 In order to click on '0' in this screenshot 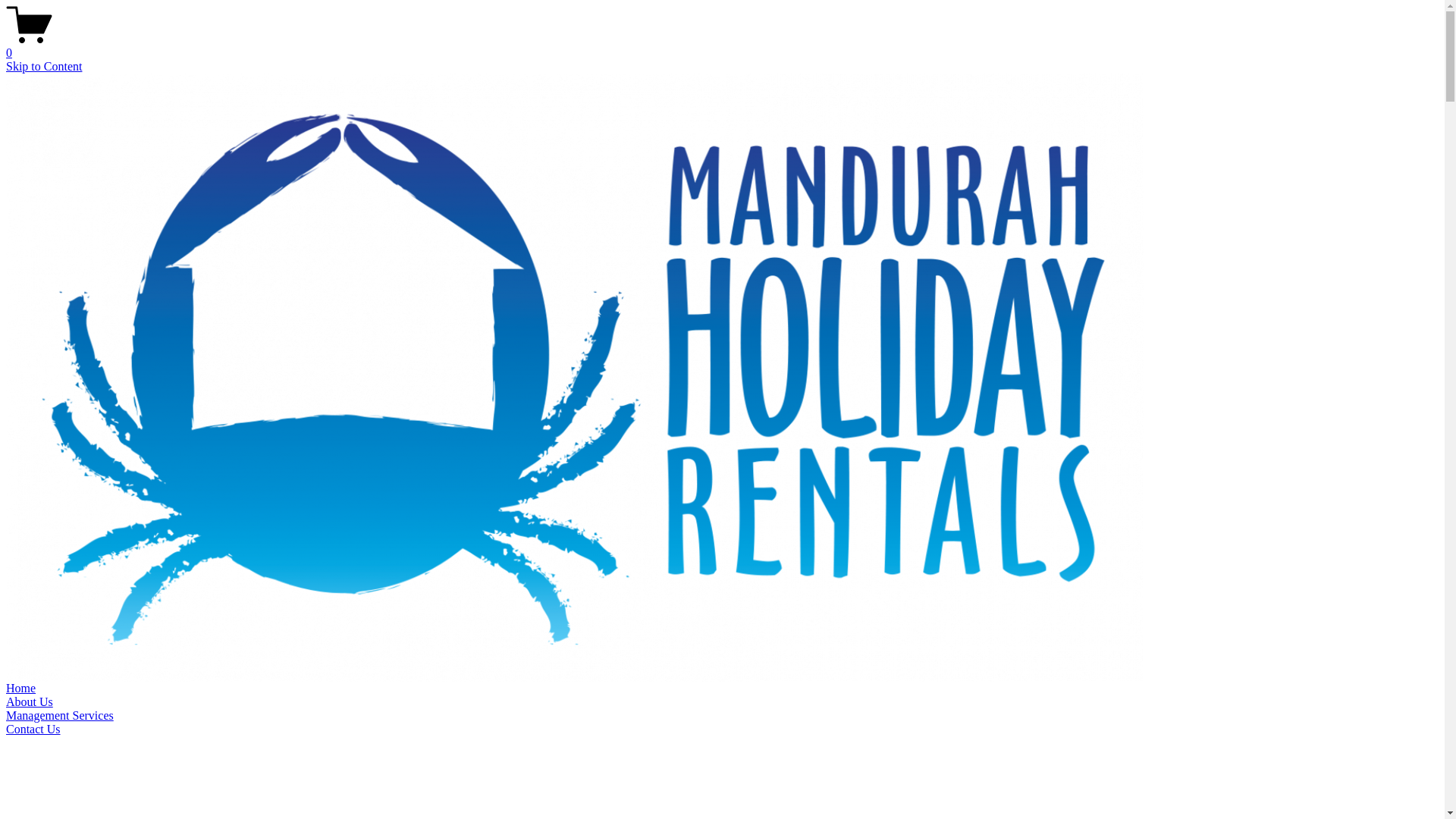, I will do `click(721, 45)`.